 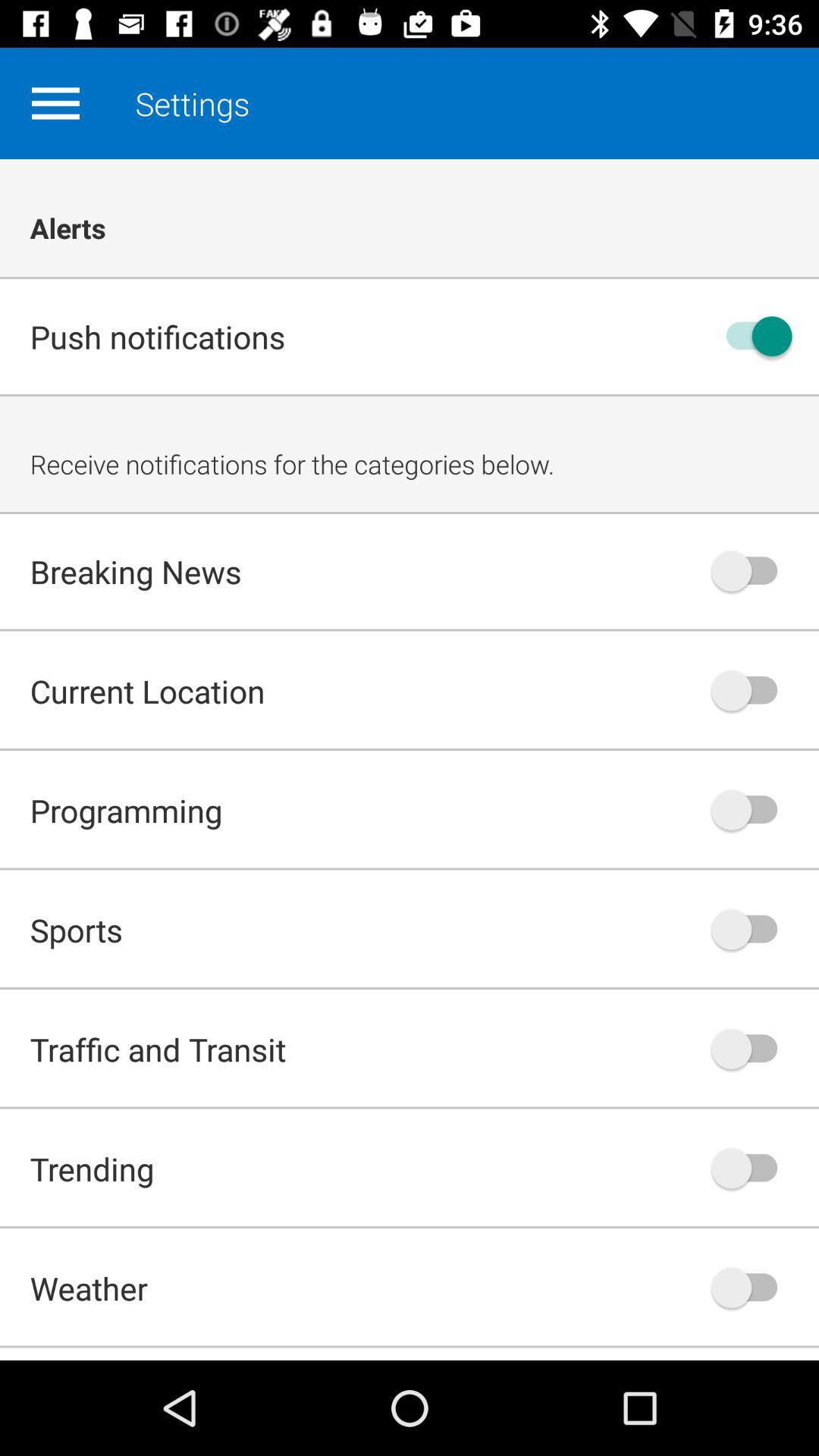 What do you see at coordinates (752, 809) in the screenshot?
I see `switch on programming` at bounding box center [752, 809].